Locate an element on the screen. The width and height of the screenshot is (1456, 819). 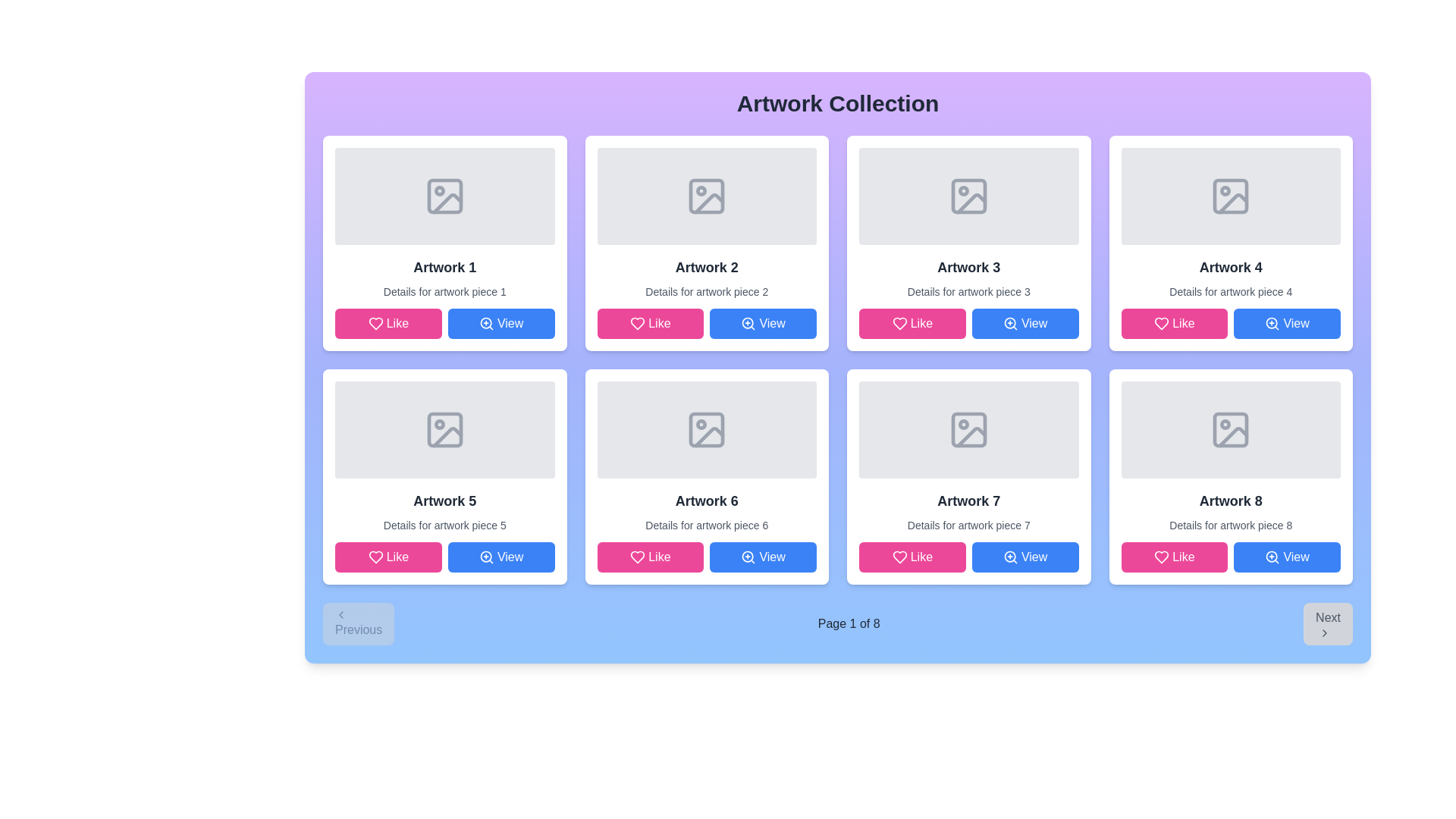
text from the title Text Label that identifies the corresponding artwork, positioned above the description 'Details for artwork piece 5' in the card layout is located at coordinates (444, 500).